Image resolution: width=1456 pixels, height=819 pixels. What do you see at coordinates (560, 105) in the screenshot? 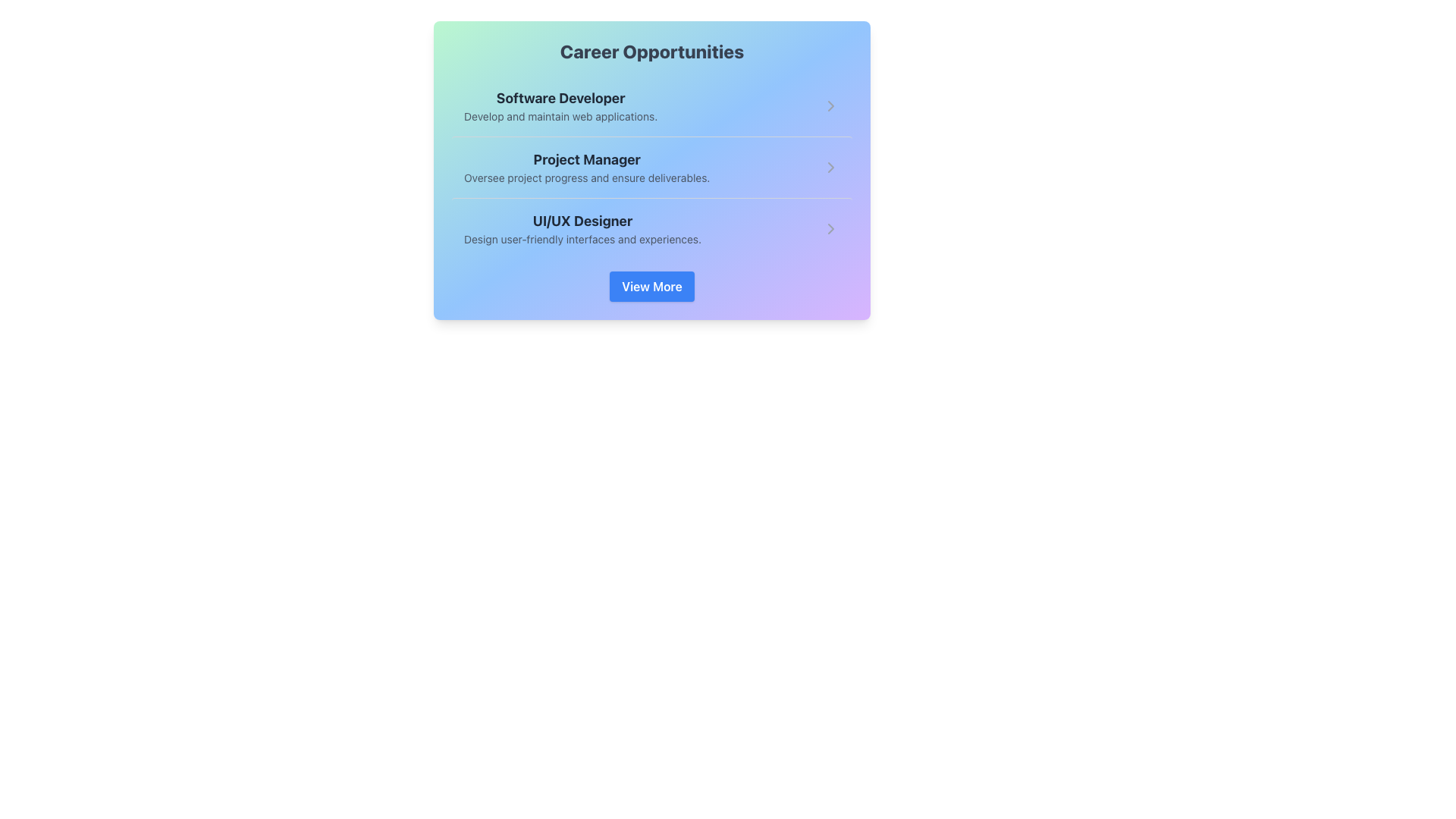
I see `the first List Item (Text Block) titled 'Software Developer' in the 'Career Opportunities' section, which features bold text and a smaller gray description` at bounding box center [560, 105].